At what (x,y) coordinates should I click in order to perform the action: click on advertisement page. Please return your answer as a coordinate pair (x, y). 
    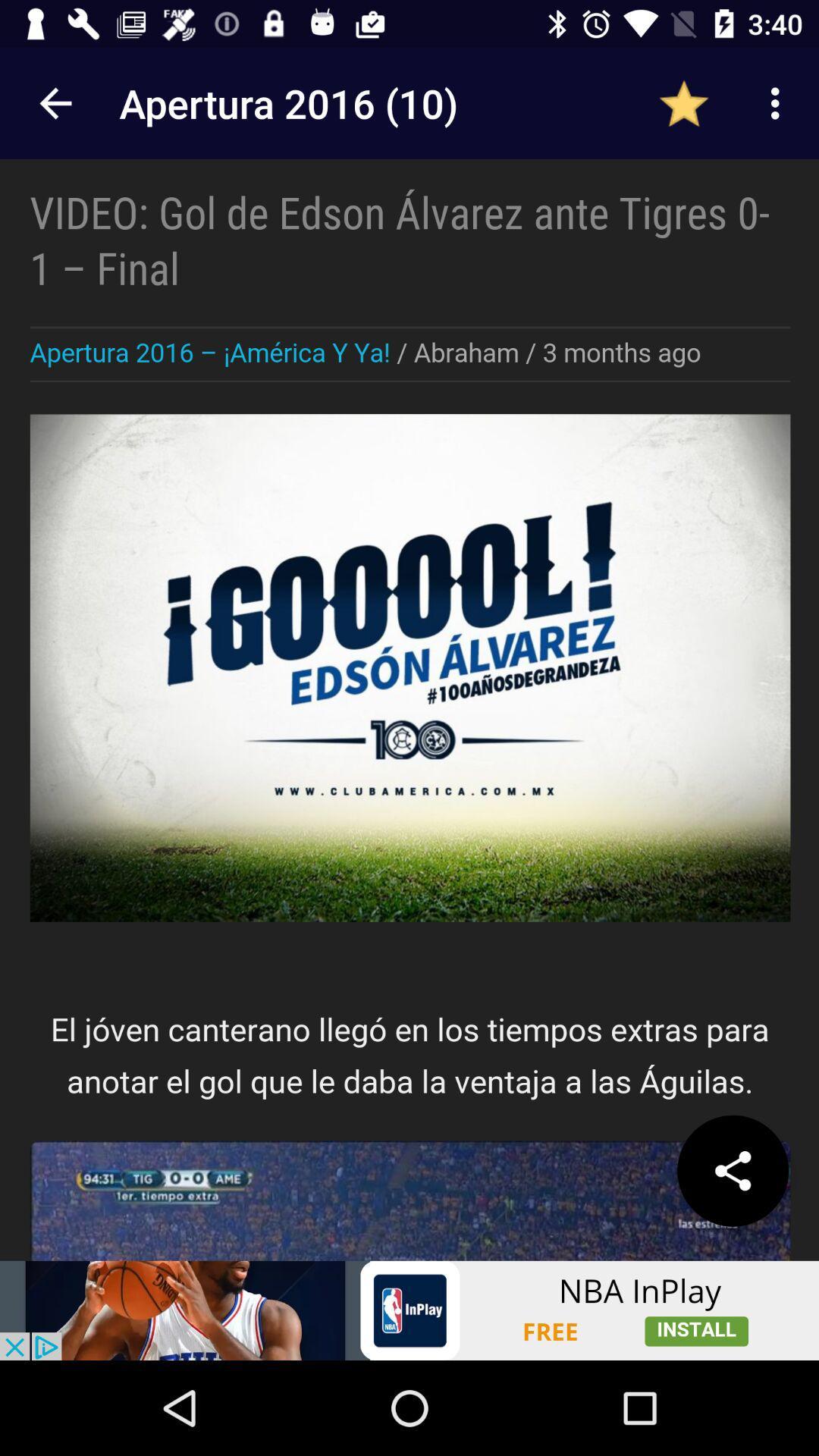
    Looking at the image, I should click on (409, 654).